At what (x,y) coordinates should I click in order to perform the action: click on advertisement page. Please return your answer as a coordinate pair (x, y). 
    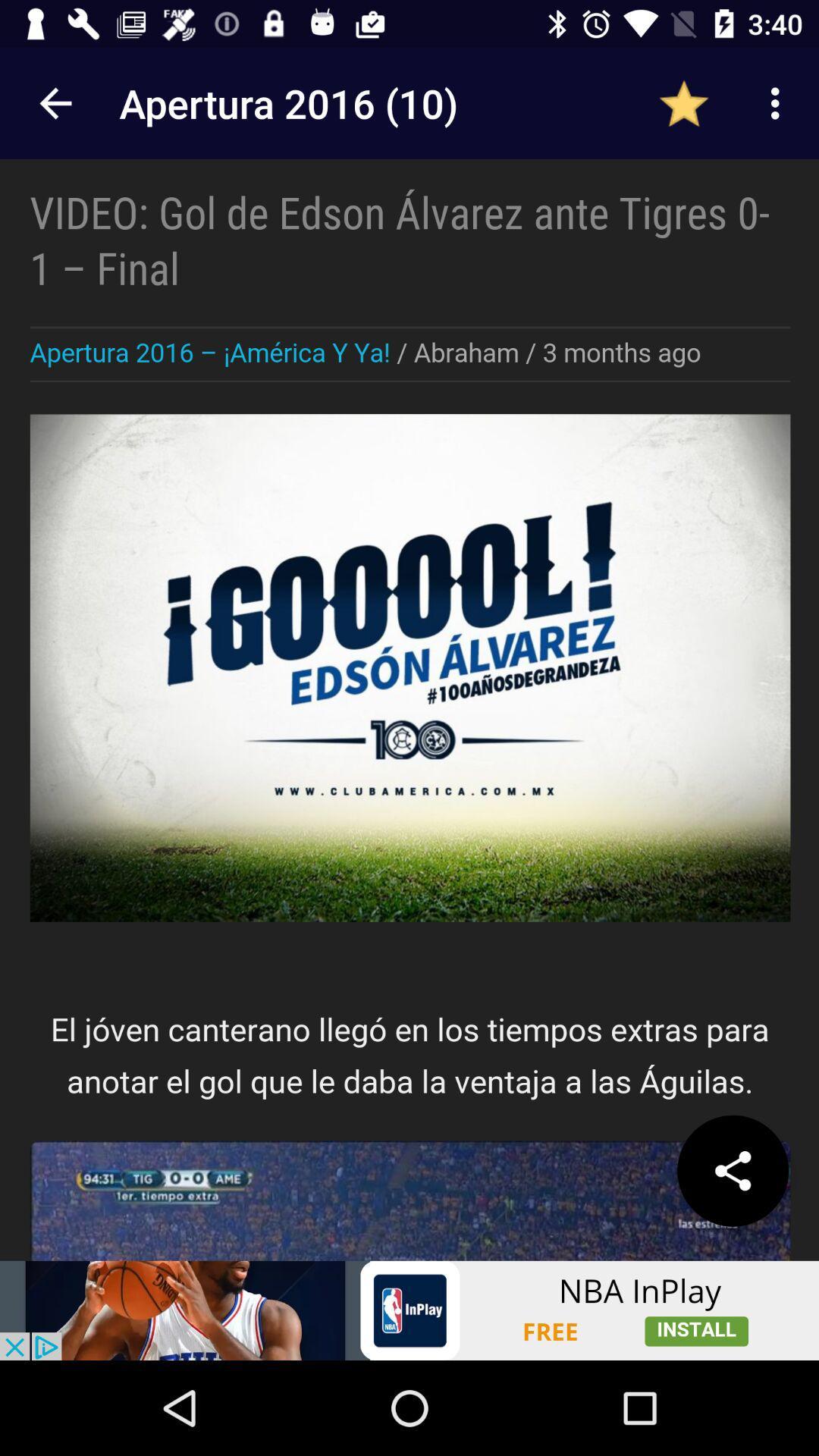
    Looking at the image, I should click on (409, 654).